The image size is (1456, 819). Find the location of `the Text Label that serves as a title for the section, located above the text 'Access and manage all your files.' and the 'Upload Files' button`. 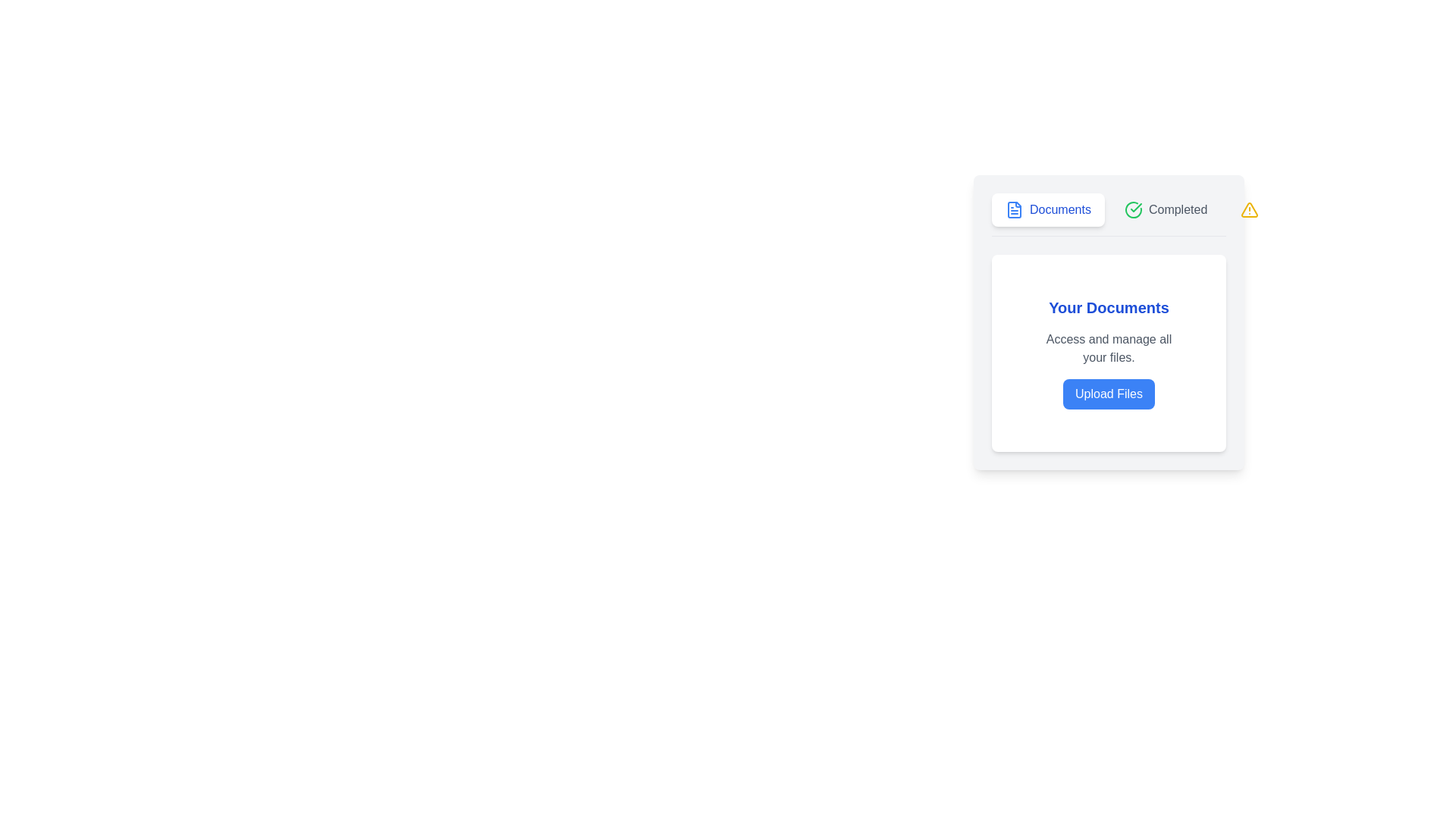

the Text Label that serves as a title for the section, located above the text 'Access and manage all your files.' and the 'Upload Files' button is located at coordinates (1109, 307).